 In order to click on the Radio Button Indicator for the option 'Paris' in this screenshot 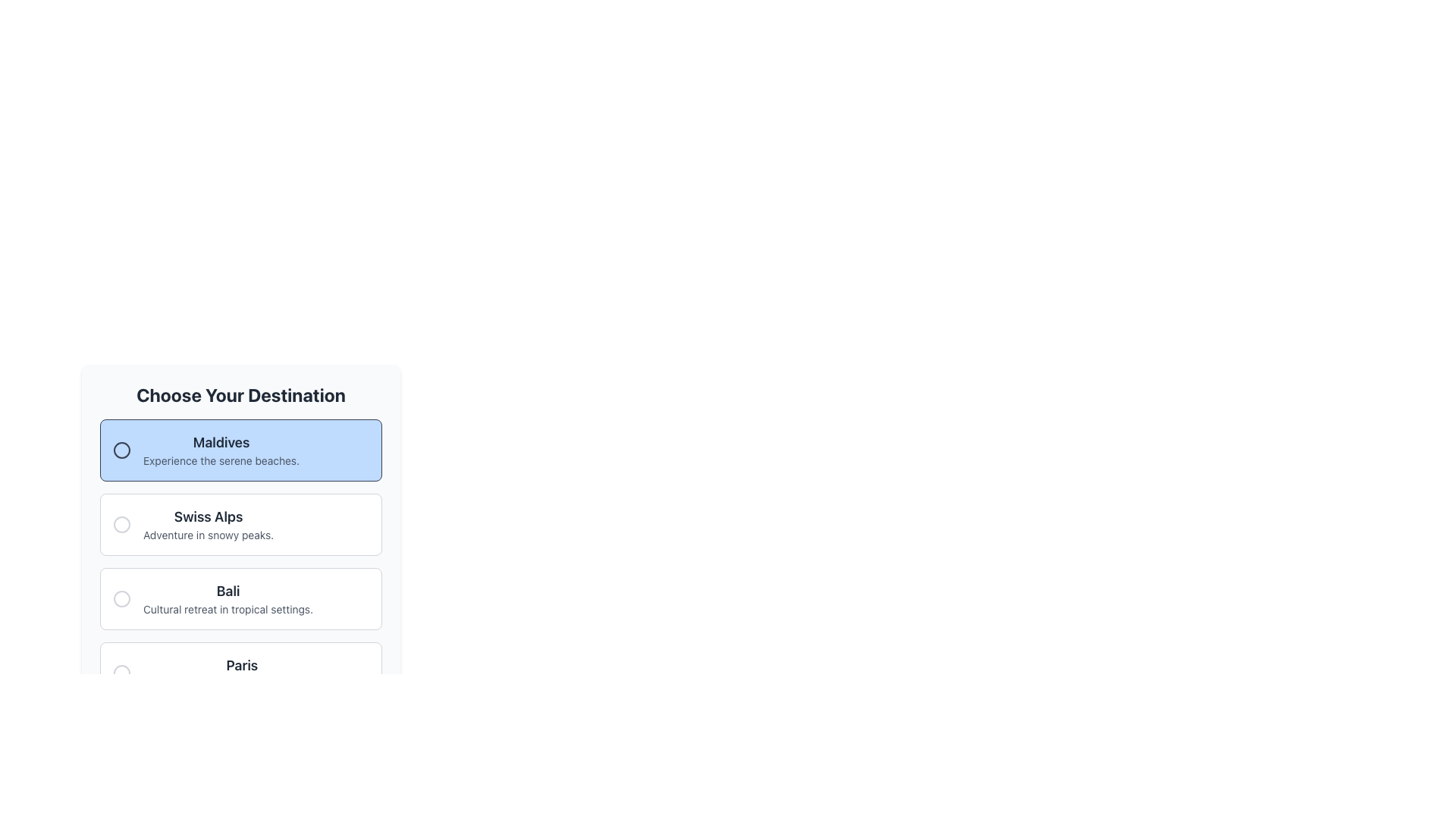, I will do `click(122, 672)`.